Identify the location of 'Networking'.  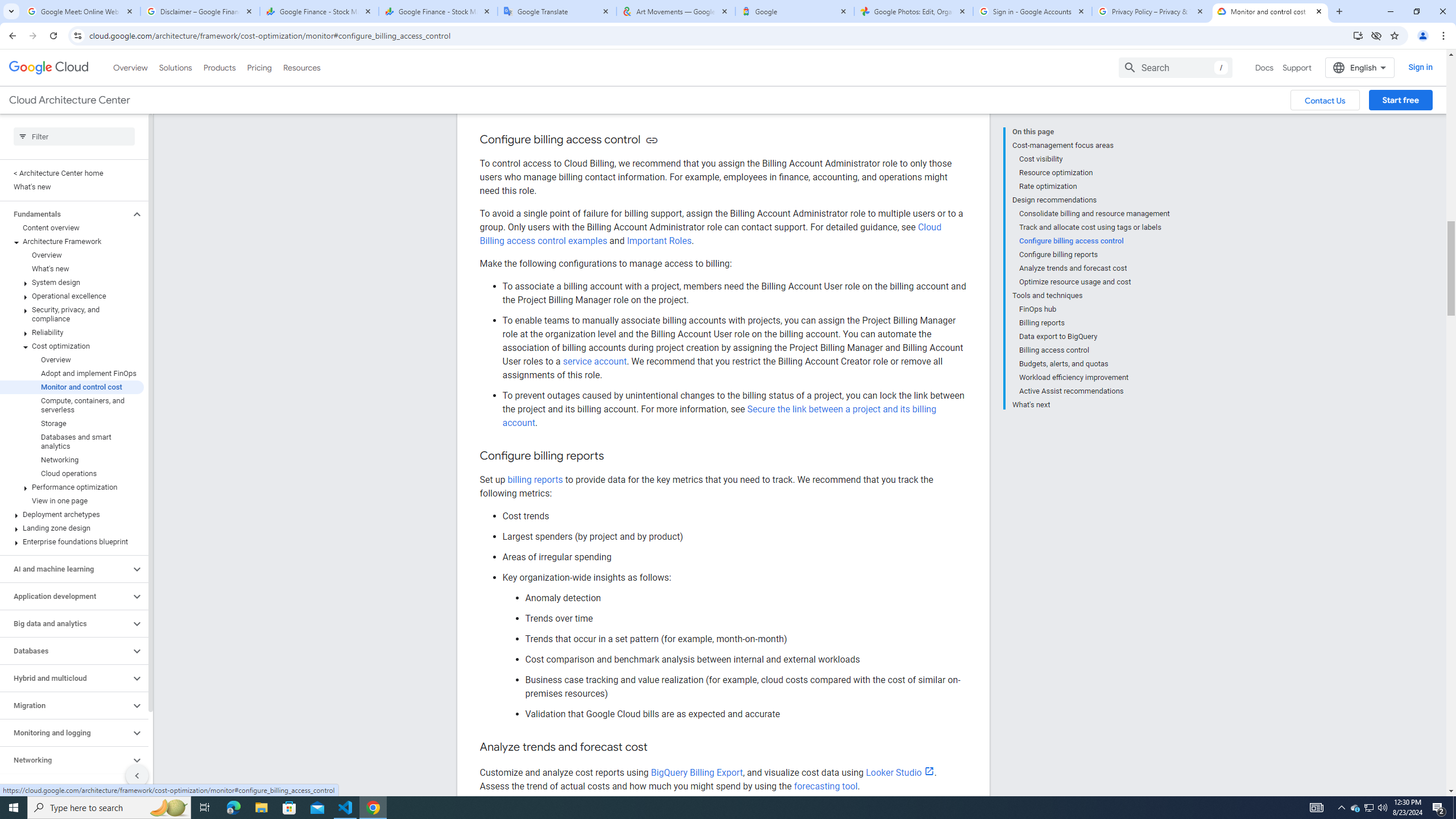
(64, 760).